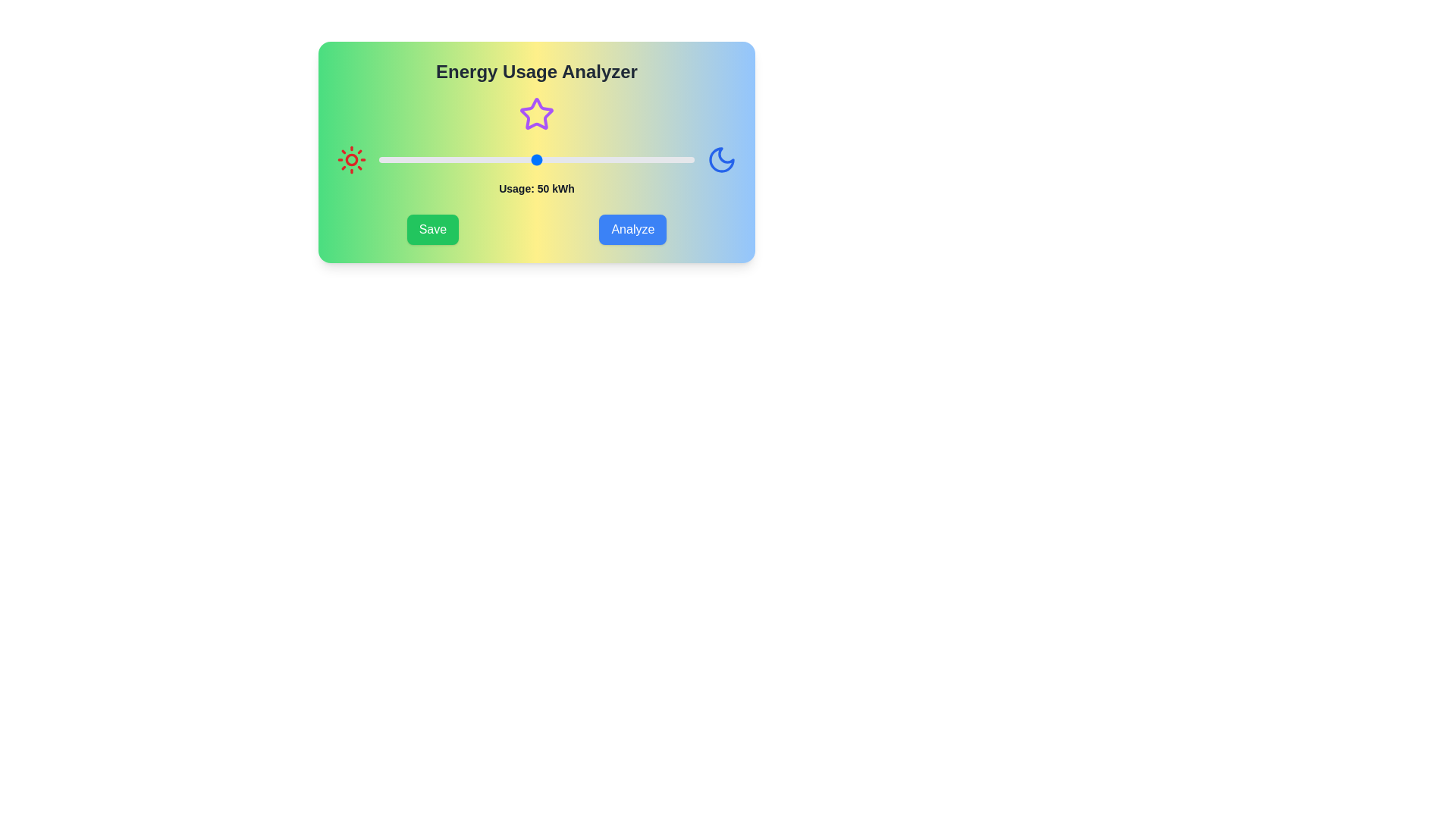 This screenshot has width=1456, height=819. Describe the element at coordinates (537, 113) in the screenshot. I see `the star icon to interact with it` at that location.